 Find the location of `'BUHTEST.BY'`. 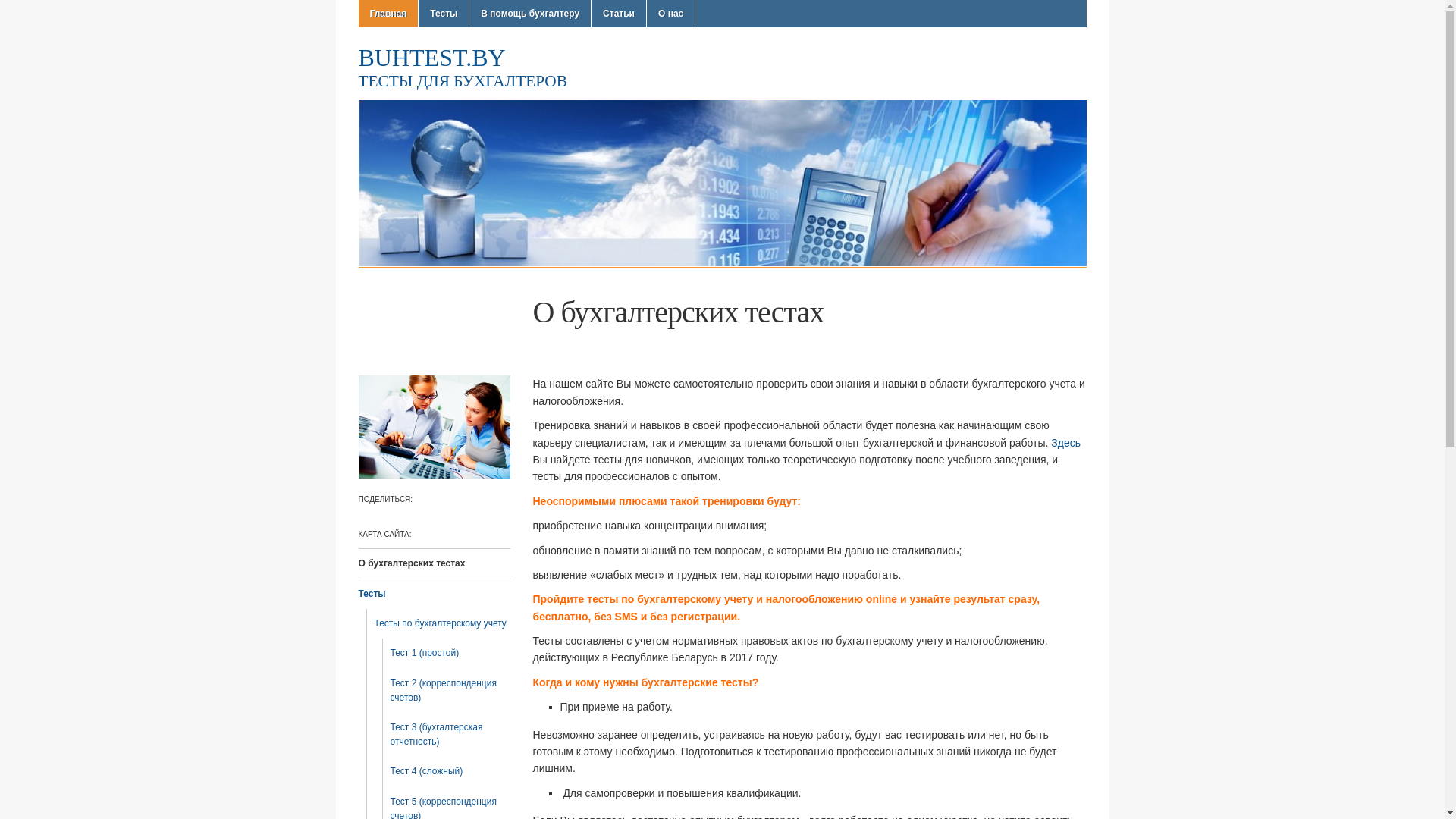

'BUHTEST.BY' is located at coordinates (431, 57).